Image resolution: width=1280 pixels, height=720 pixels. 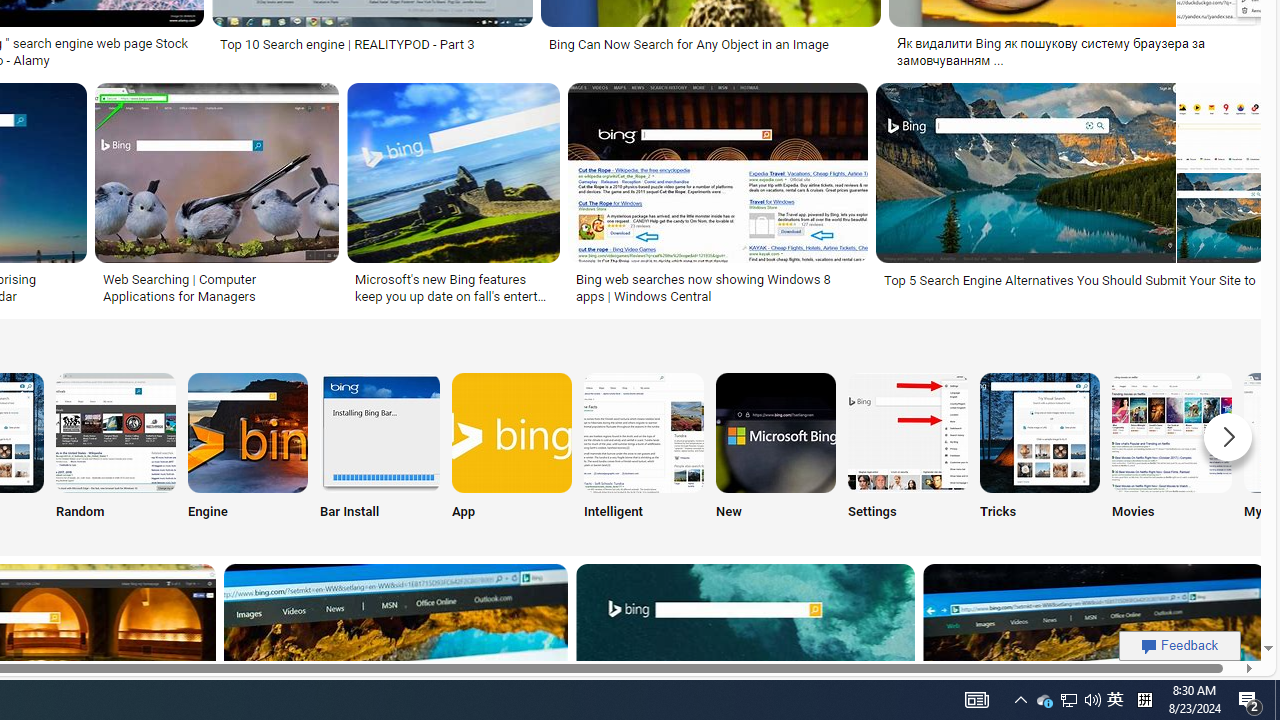 I want to click on 'New Bing Image Search New', so click(x=774, y=450).